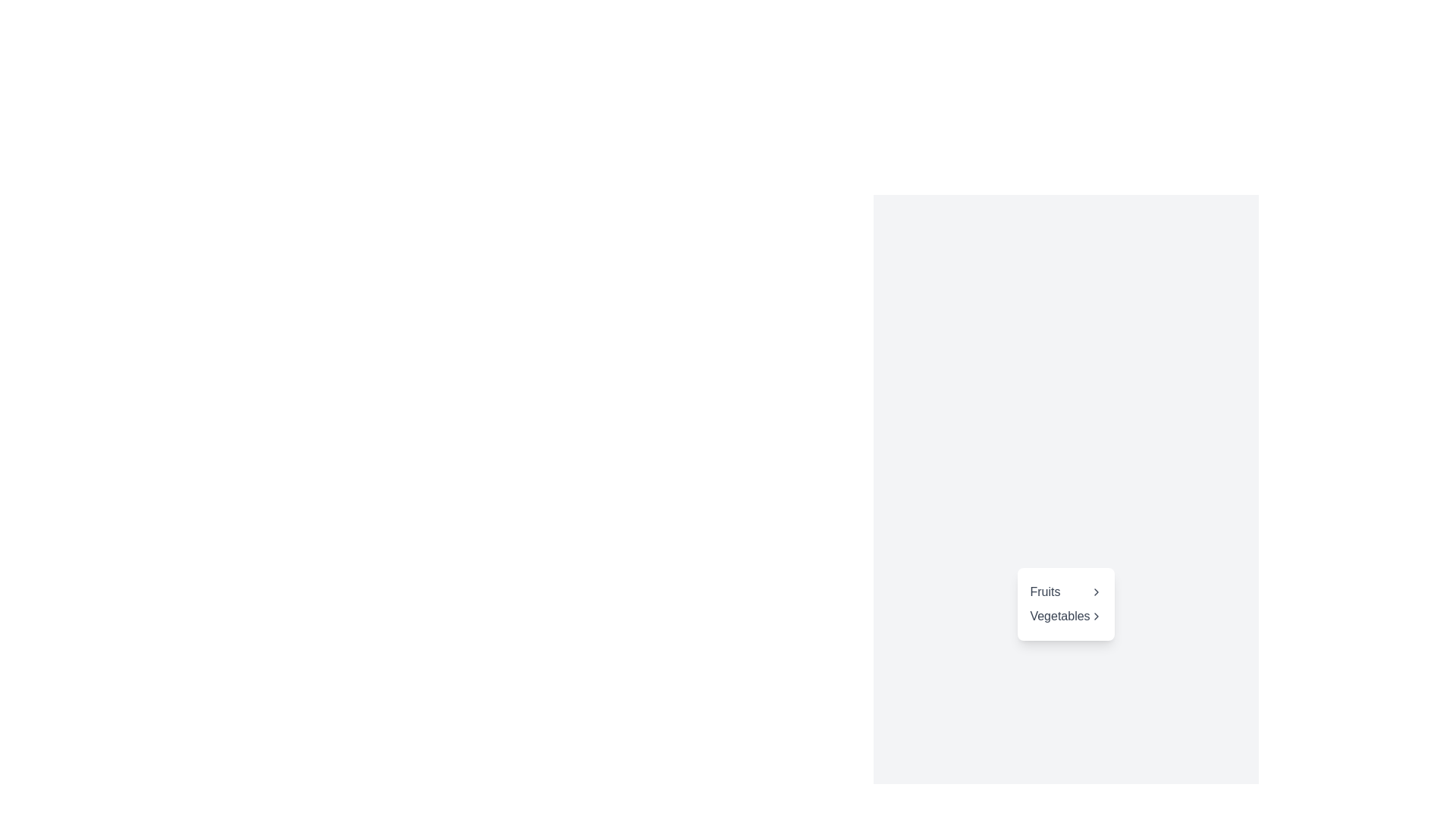  What do you see at coordinates (1096, 591) in the screenshot?
I see `the right-facing chevron icon located adjacent to the text 'Fruits' within a small white rectangular card` at bounding box center [1096, 591].